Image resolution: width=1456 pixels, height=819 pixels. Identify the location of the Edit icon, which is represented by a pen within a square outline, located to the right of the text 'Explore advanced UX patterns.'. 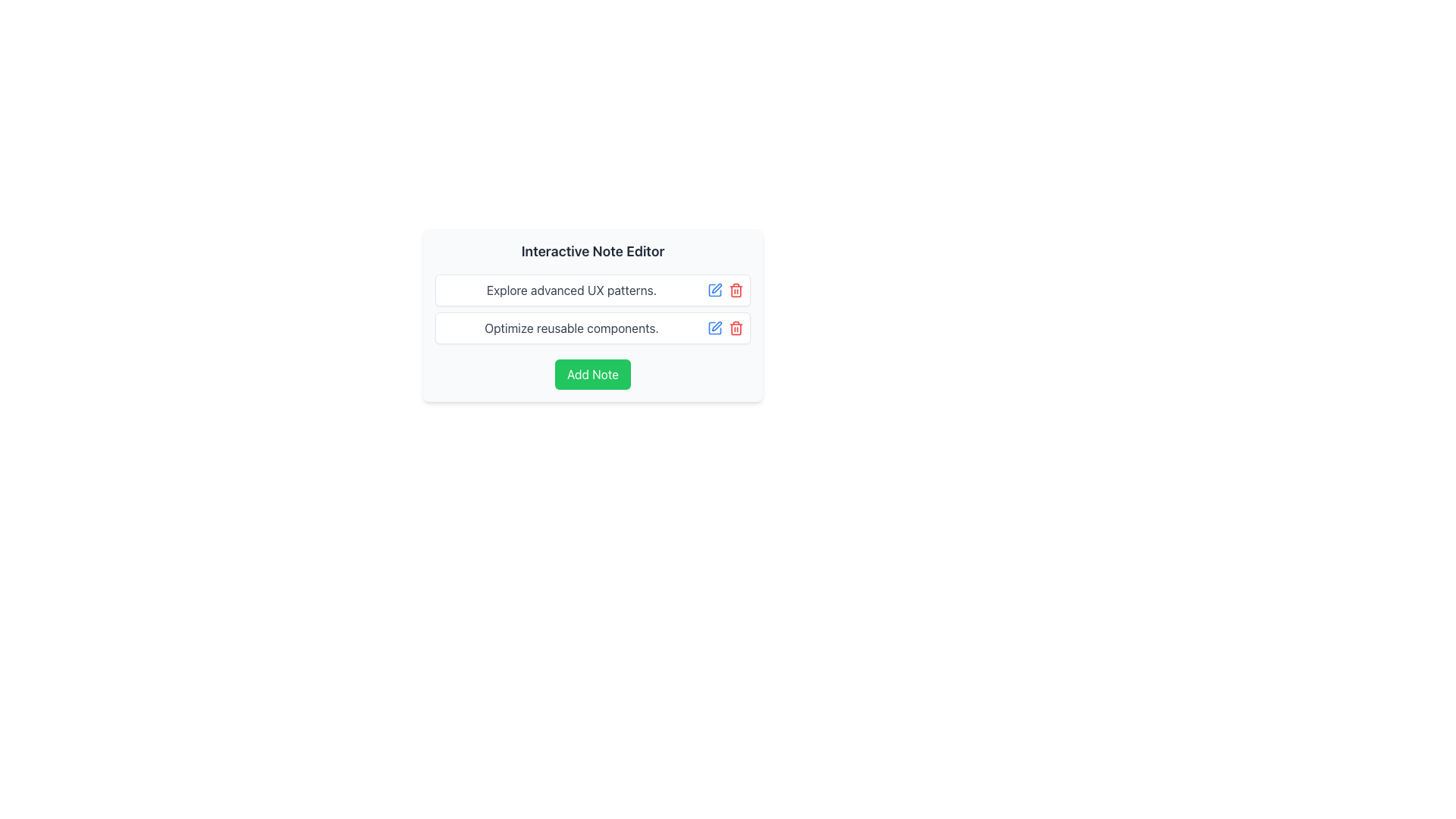
(716, 288).